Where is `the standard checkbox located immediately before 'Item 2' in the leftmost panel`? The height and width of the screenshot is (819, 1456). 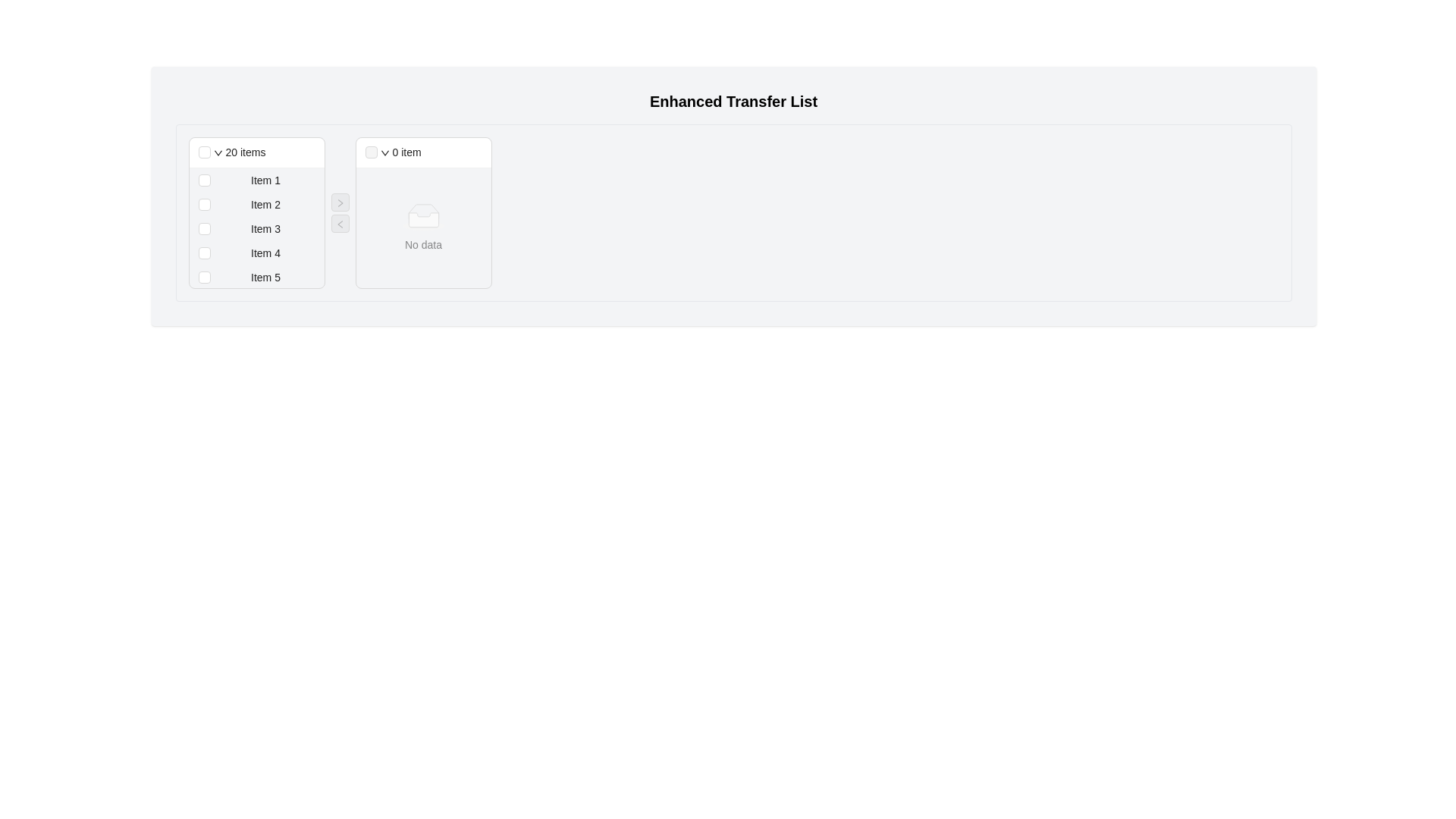 the standard checkbox located immediately before 'Item 2' in the leftmost panel is located at coordinates (203, 205).